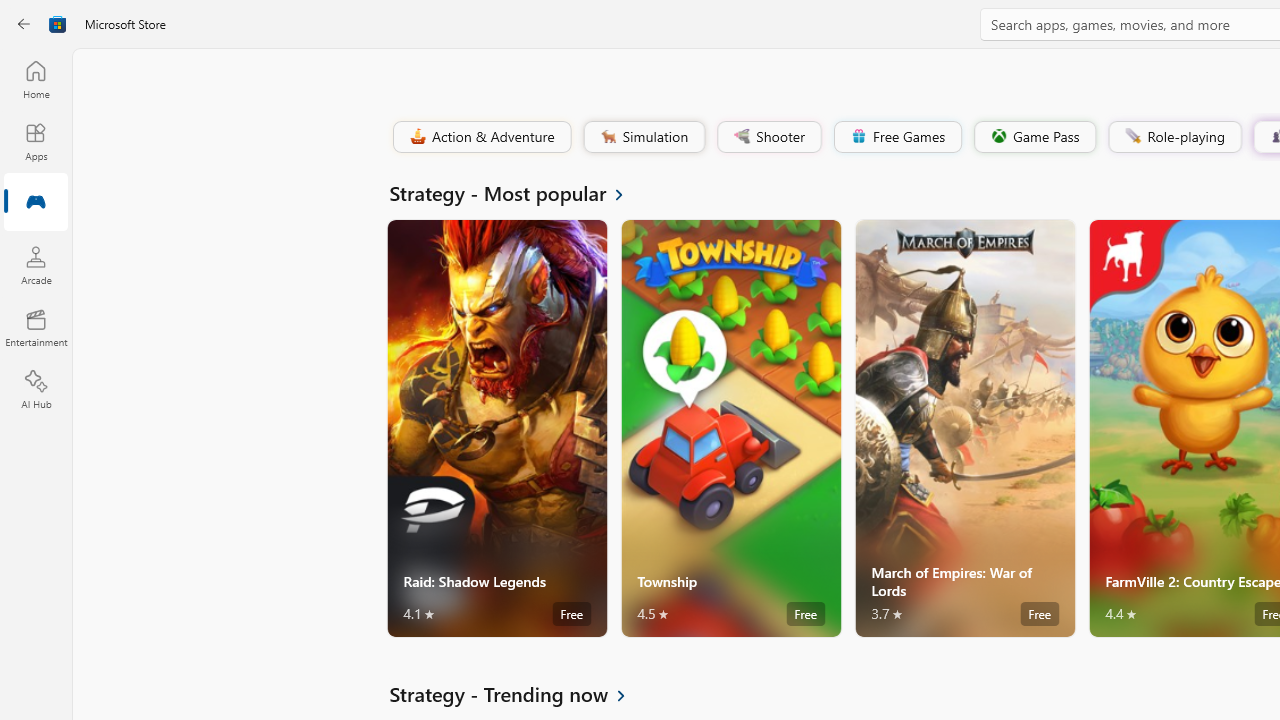 The image size is (1280, 720). What do you see at coordinates (35, 140) in the screenshot?
I see `'Apps'` at bounding box center [35, 140].